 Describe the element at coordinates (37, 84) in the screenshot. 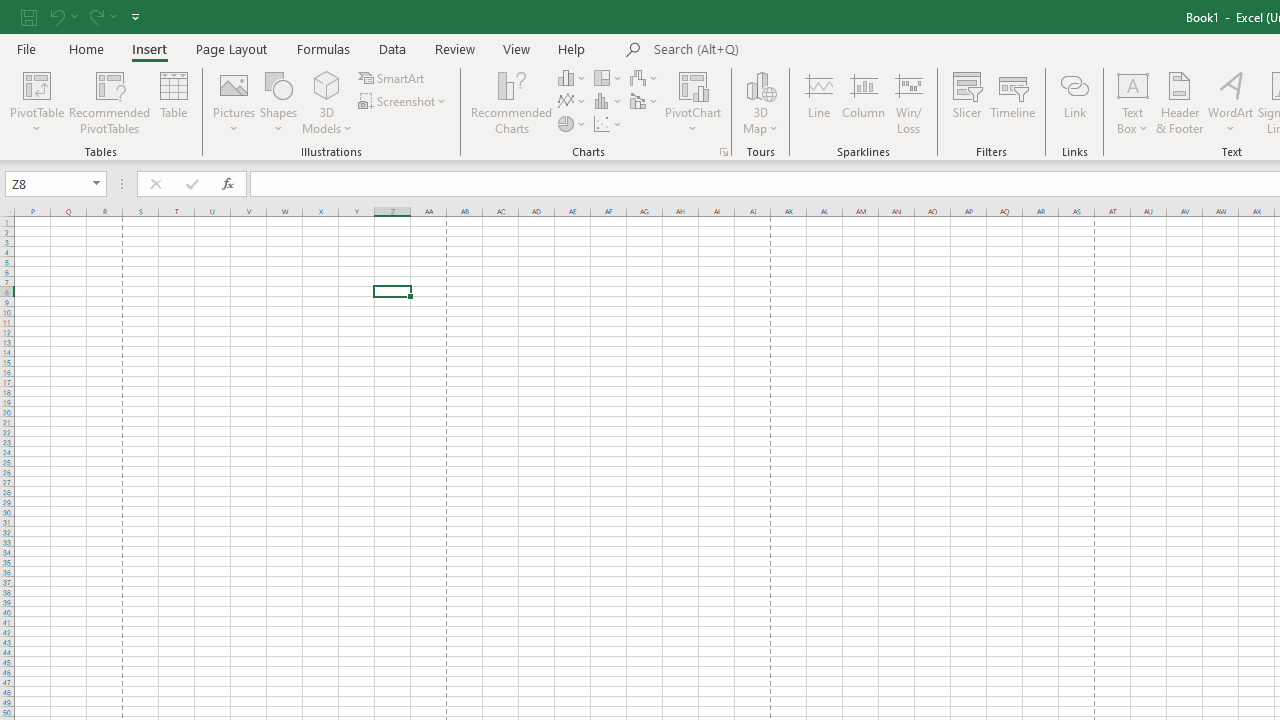

I see `'PivotTable'` at that location.